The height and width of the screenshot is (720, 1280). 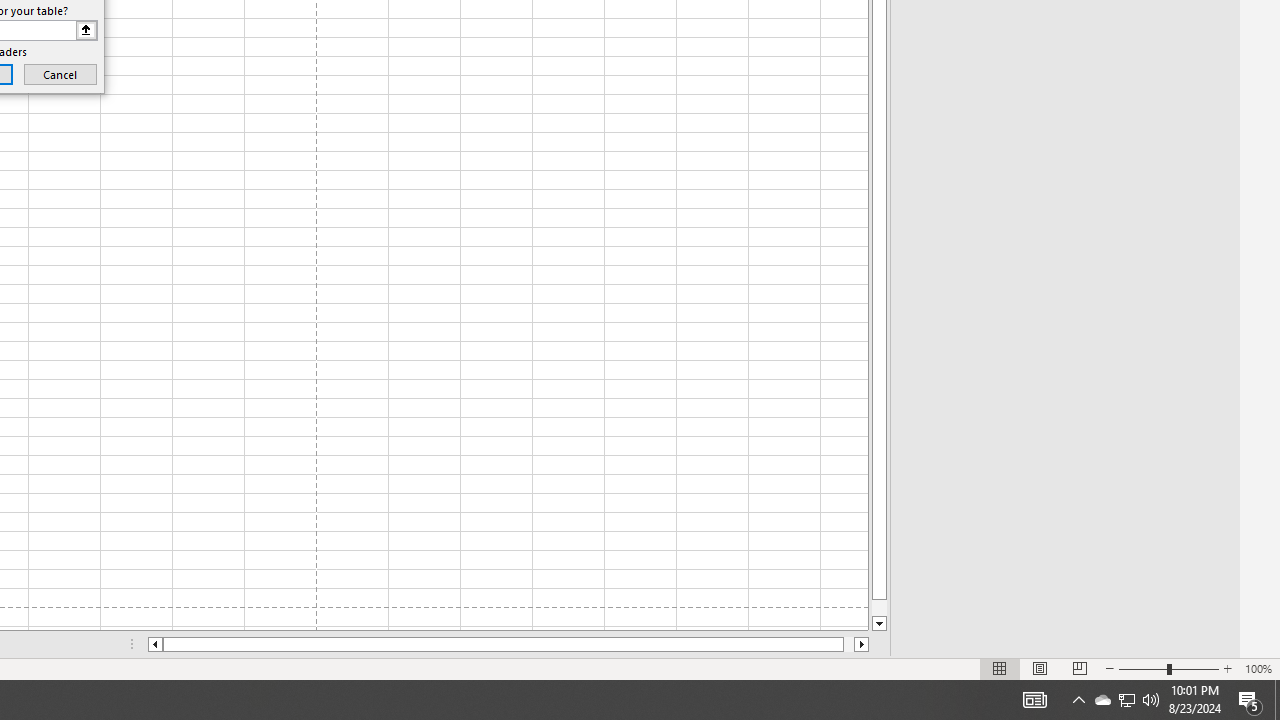 What do you see at coordinates (153, 644) in the screenshot?
I see `'Column left'` at bounding box center [153, 644].